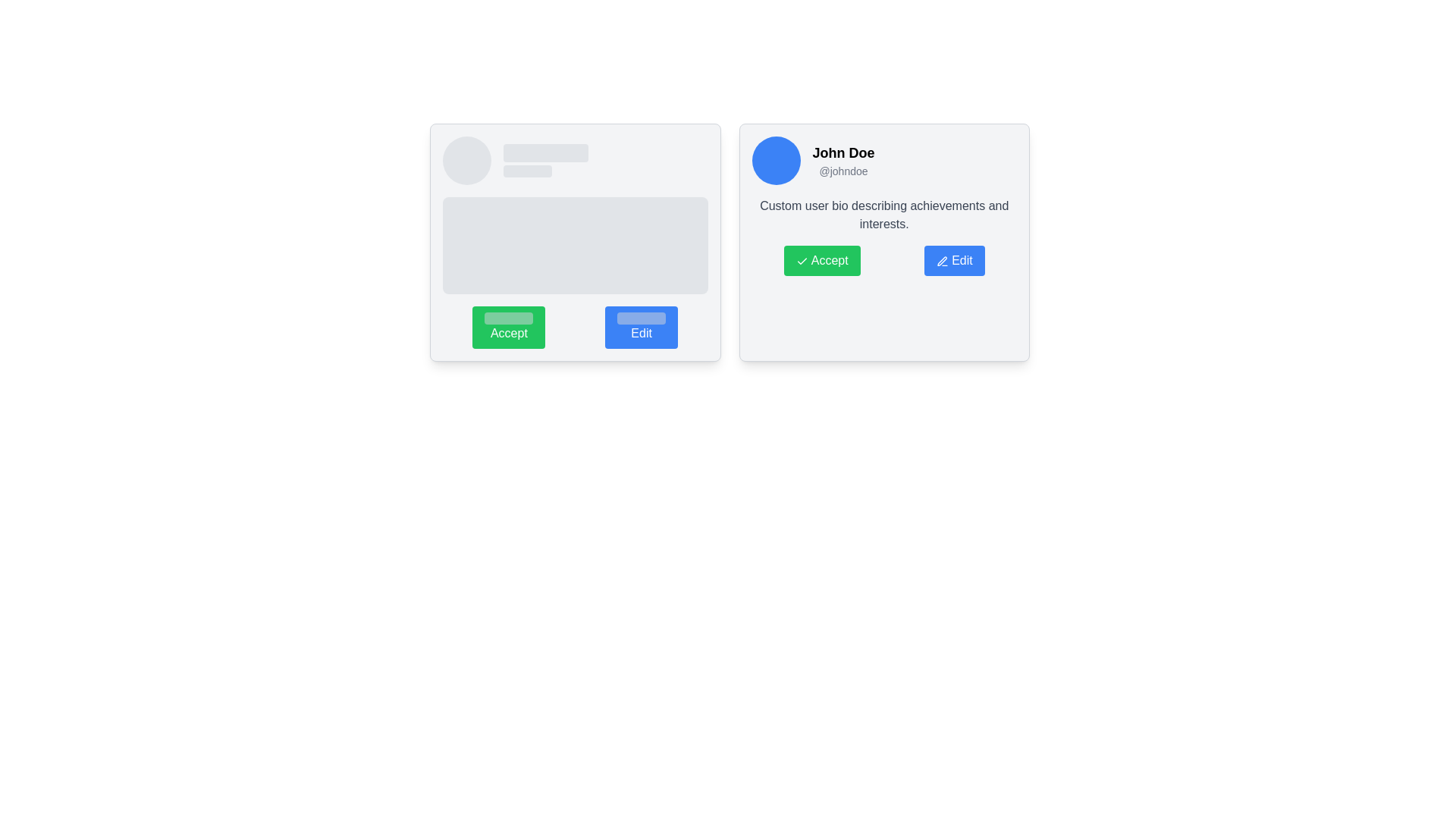 This screenshot has height=819, width=1456. I want to click on the username text label displayed beneath 'John Doe' in the profile card on the right-hand side of the interface, so click(843, 171).